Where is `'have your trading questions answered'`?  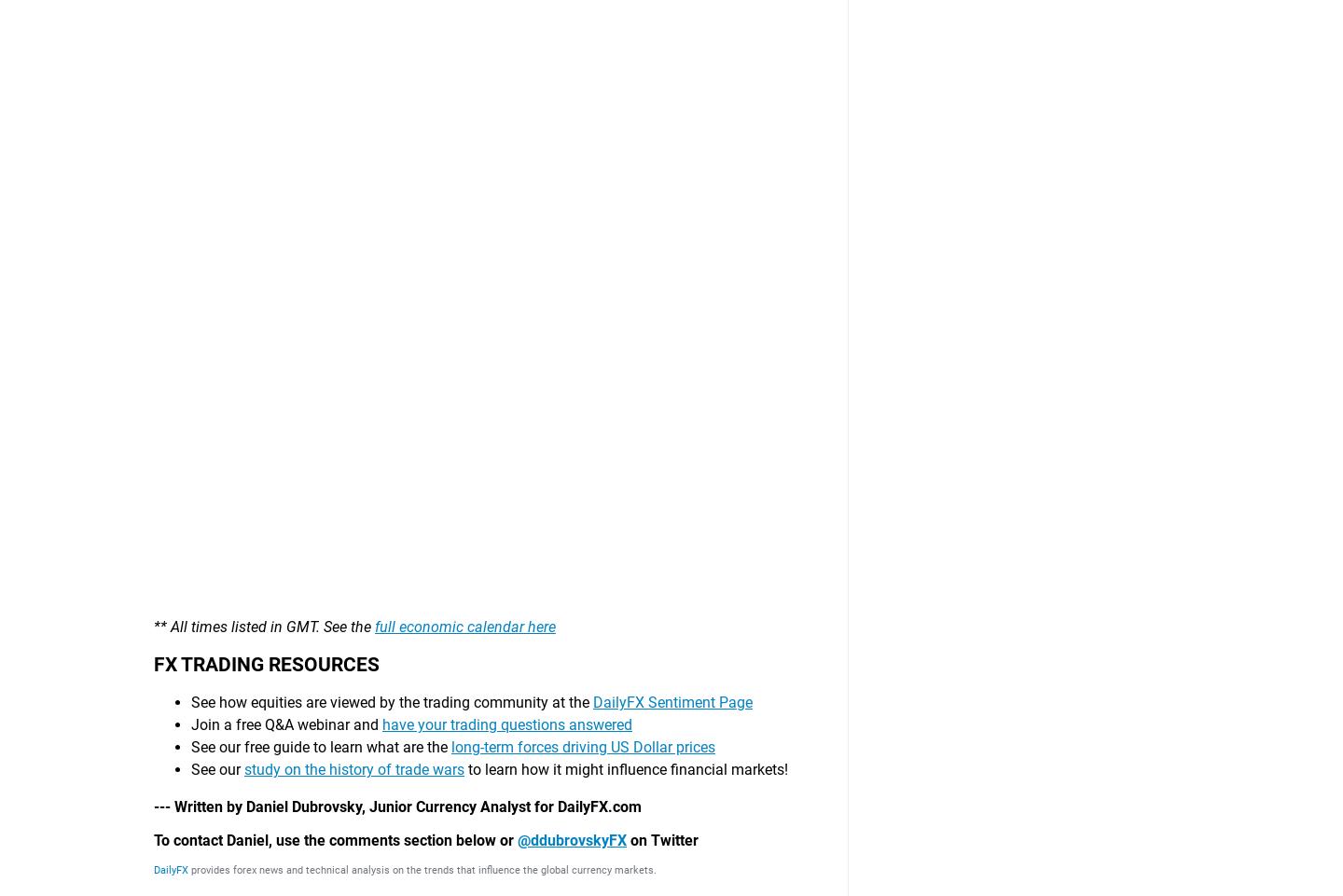 'have your trading questions answered' is located at coordinates (507, 81).